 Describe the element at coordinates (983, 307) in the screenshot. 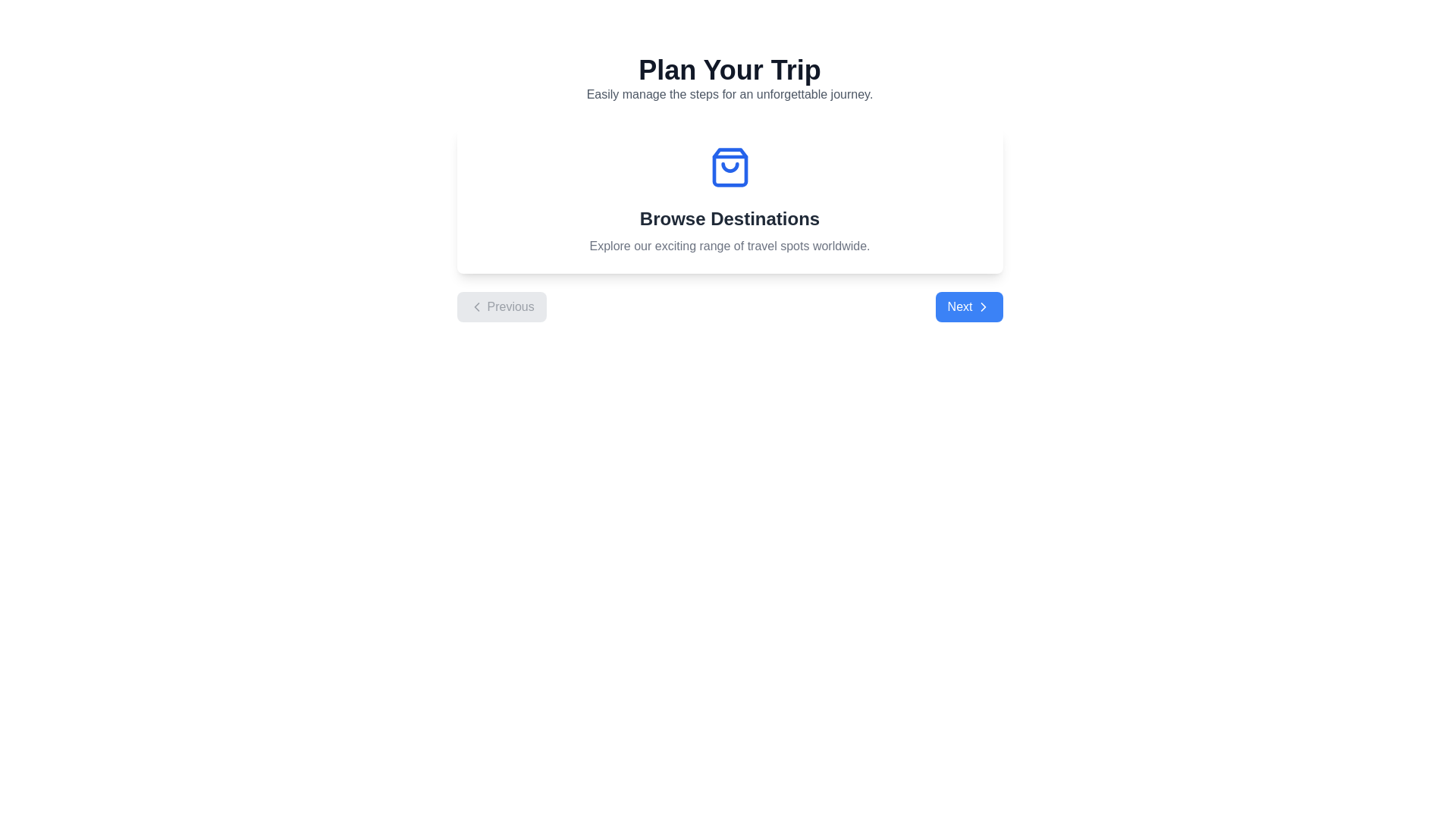

I see `the small arrow-shaped graphical chevron within the 'Next' button` at that location.